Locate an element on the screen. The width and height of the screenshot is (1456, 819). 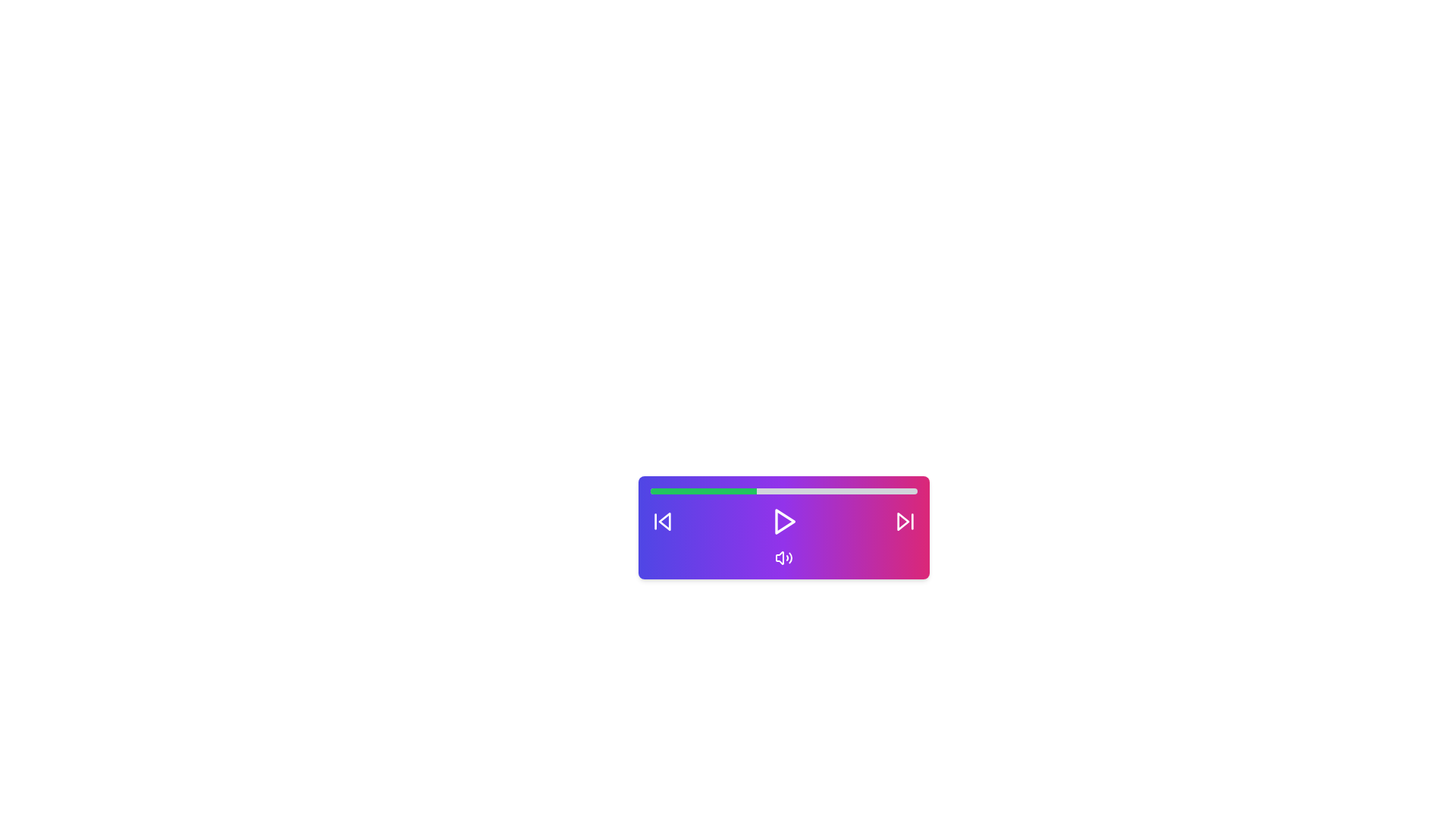
the volume to 91 percent is located at coordinates (893, 491).